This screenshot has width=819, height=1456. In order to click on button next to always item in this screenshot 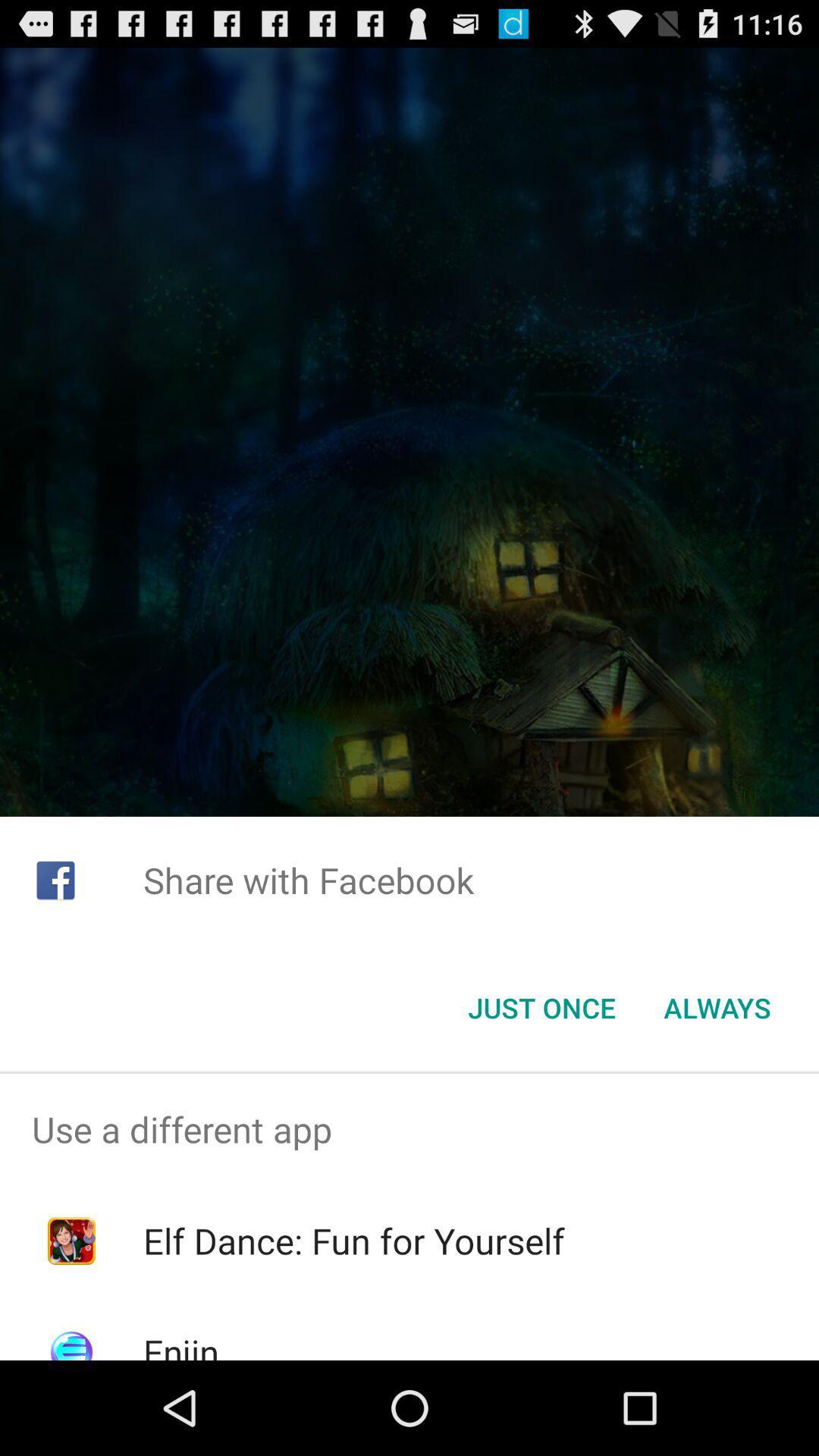, I will do `click(541, 1008)`.